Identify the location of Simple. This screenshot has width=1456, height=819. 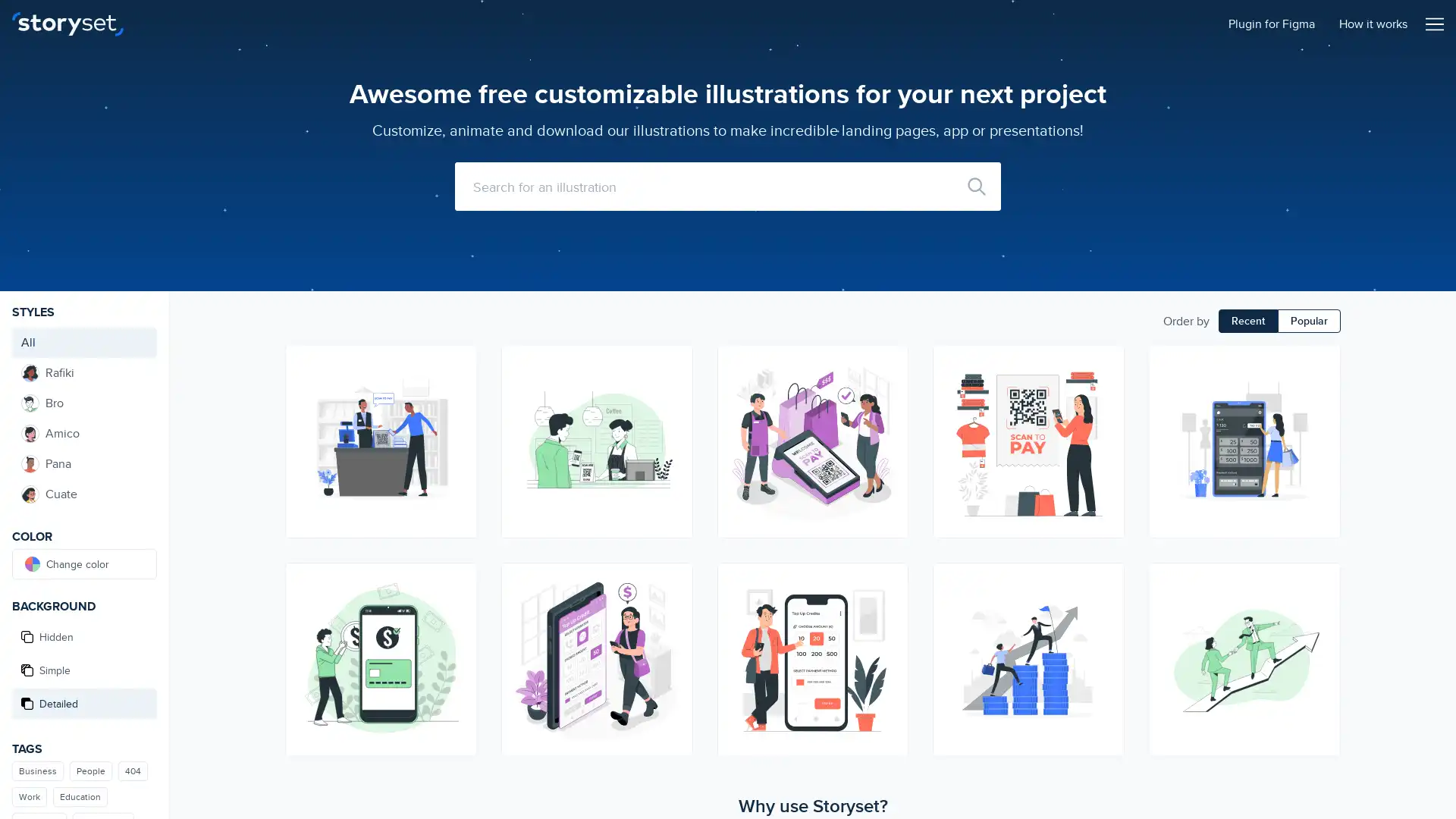
(83, 669).